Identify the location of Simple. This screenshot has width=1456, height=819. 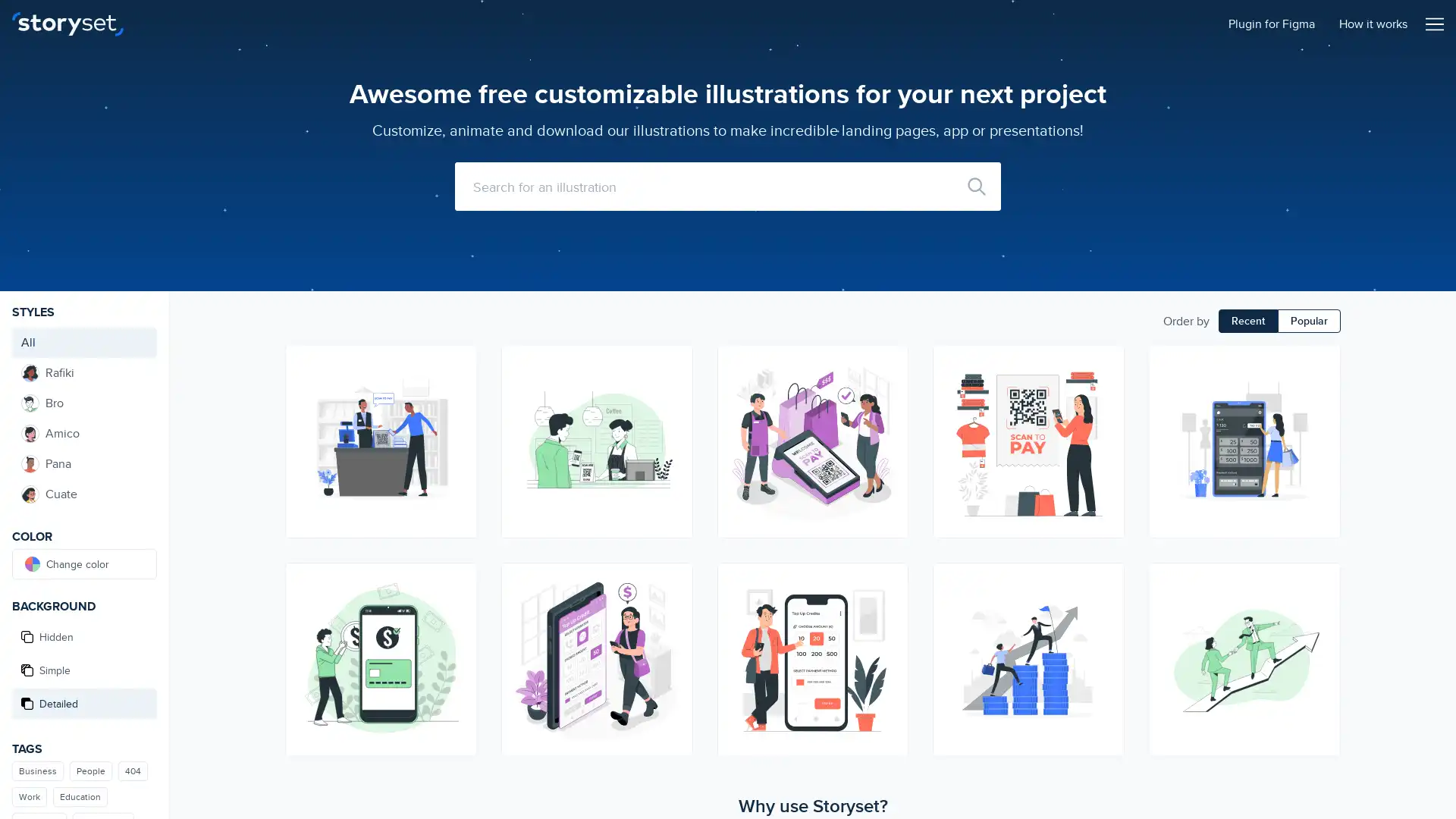
(83, 669).